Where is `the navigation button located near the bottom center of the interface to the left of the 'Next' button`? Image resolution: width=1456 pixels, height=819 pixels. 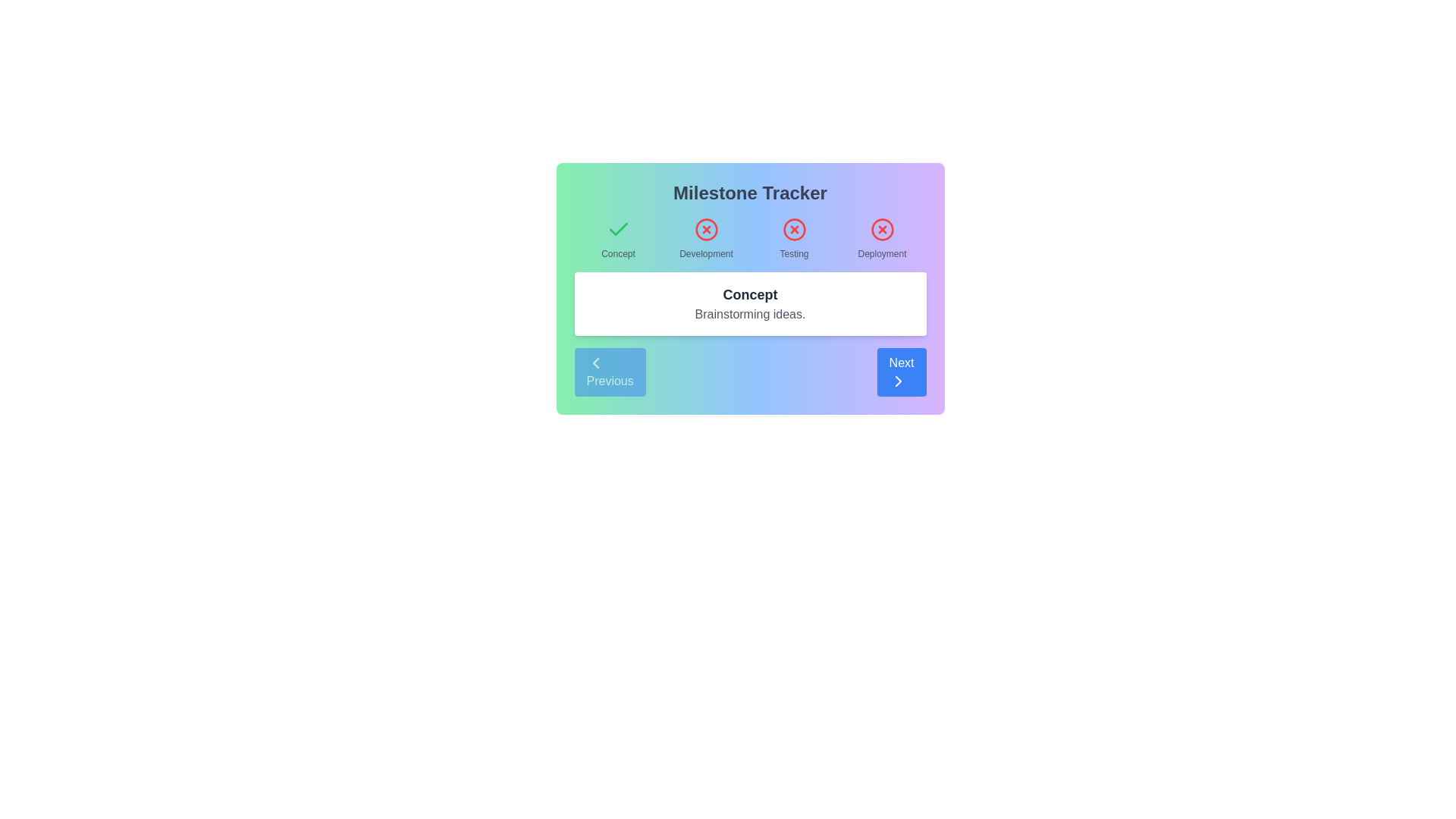
the navigation button located near the bottom center of the interface to the left of the 'Next' button is located at coordinates (610, 372).